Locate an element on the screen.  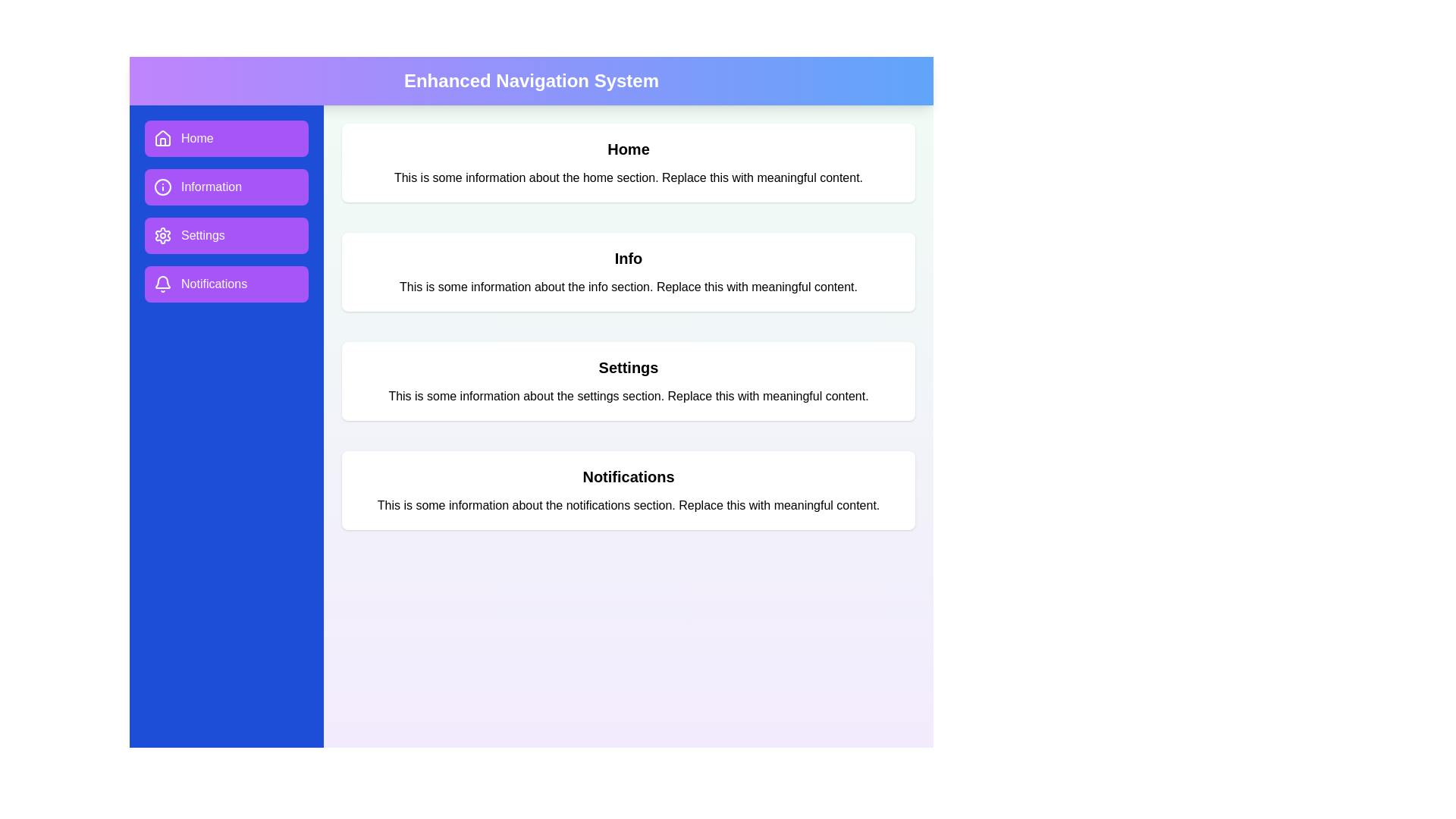
the 'Home' icon located in the left sidebar navigation menu, which serves as a visual indicator is located at coordinates (163, 138).